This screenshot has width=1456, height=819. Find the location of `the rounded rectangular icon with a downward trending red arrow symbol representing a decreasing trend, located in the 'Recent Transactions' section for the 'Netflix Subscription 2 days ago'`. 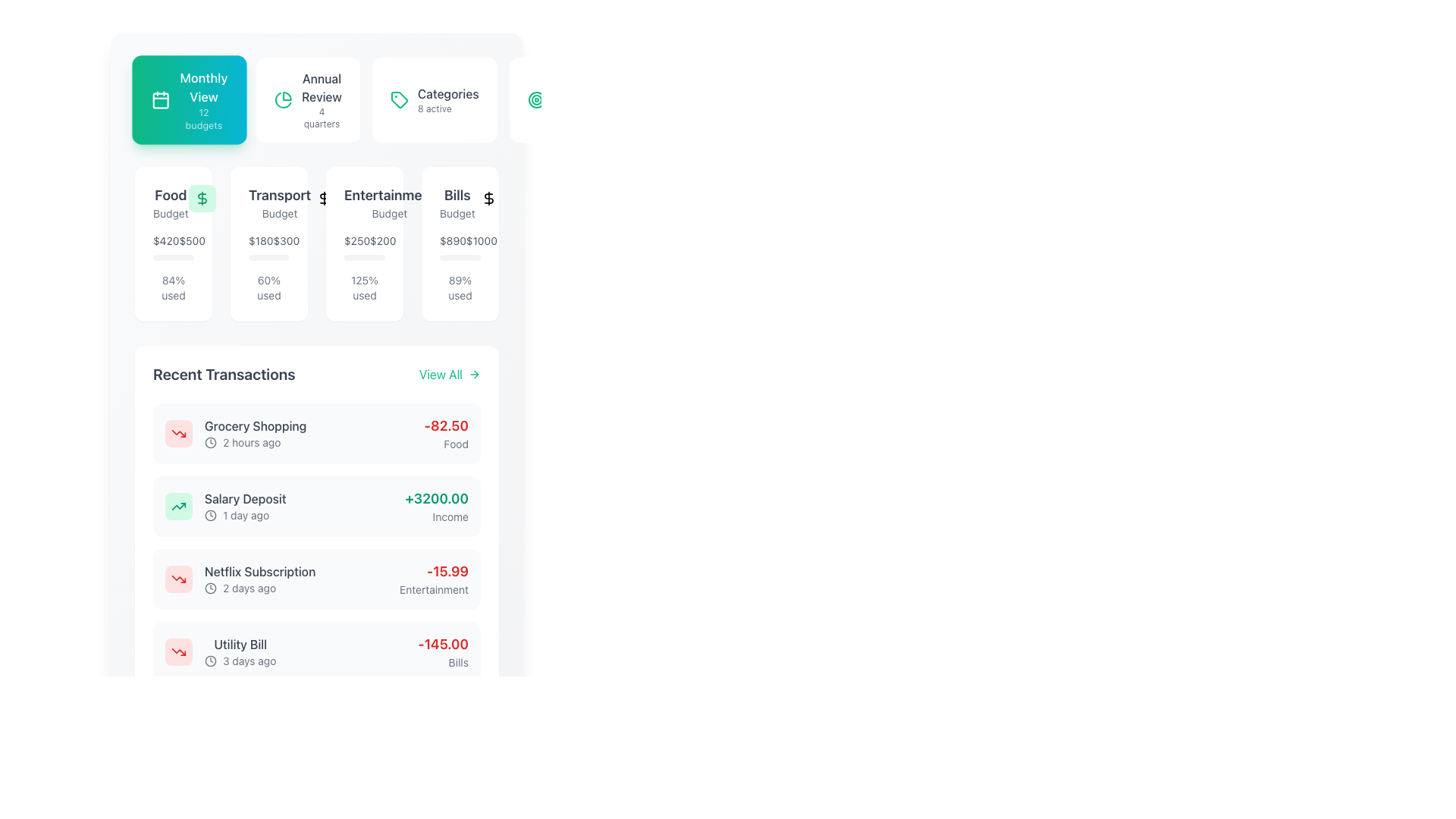

the rounded rectangular icon with a downward trending red arrow symbol representing a decreasing trend, located in the 'Recent Transactions' section for the 'Netflix Subscription 2 days ago' is located at coordinates (178, 579).